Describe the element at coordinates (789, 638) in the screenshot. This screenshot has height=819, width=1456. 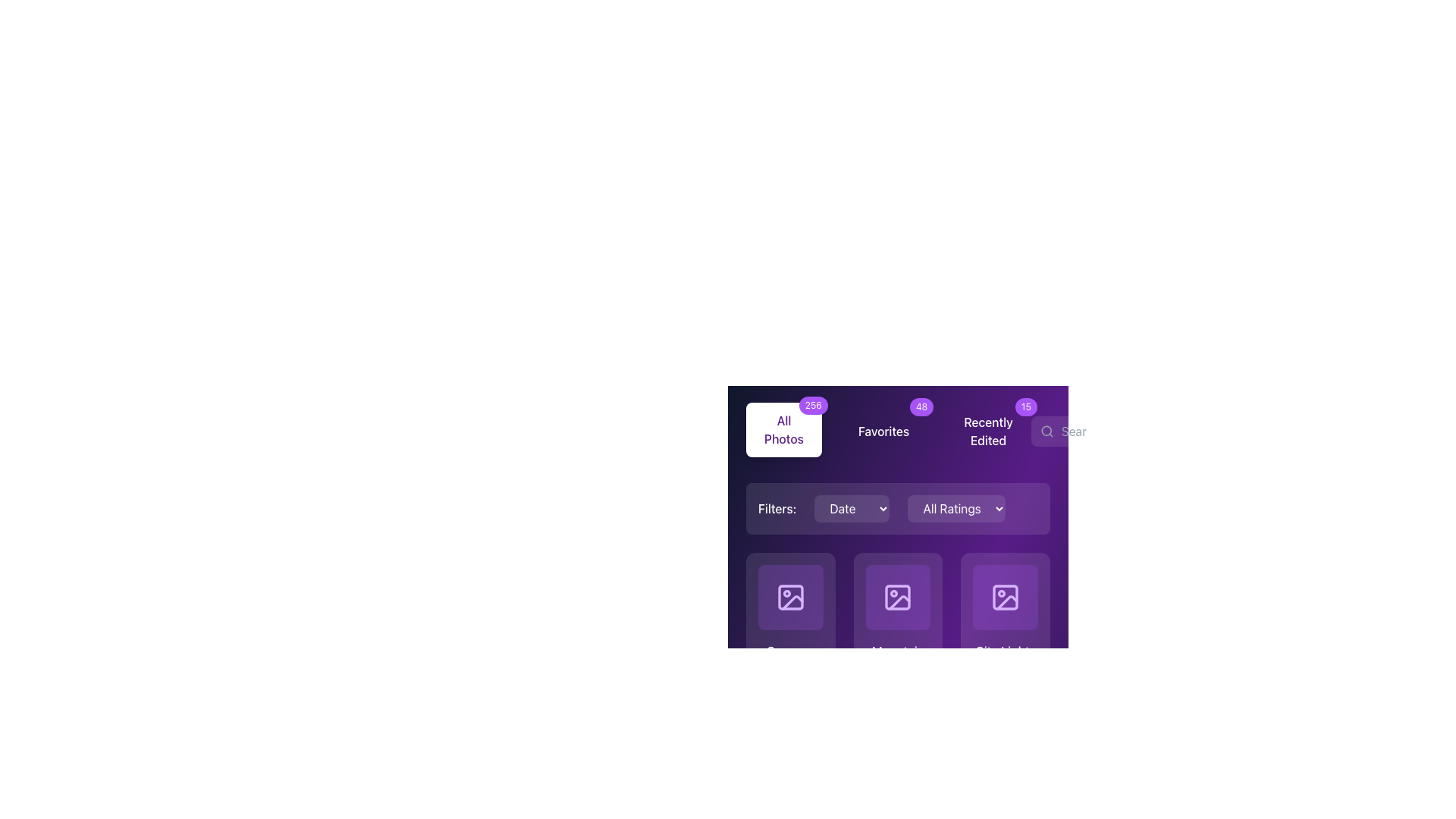
I see `the visual card or button representing a specific category or item in the first row and first column of the grid layout, located below the 'Filters' section` at that location.